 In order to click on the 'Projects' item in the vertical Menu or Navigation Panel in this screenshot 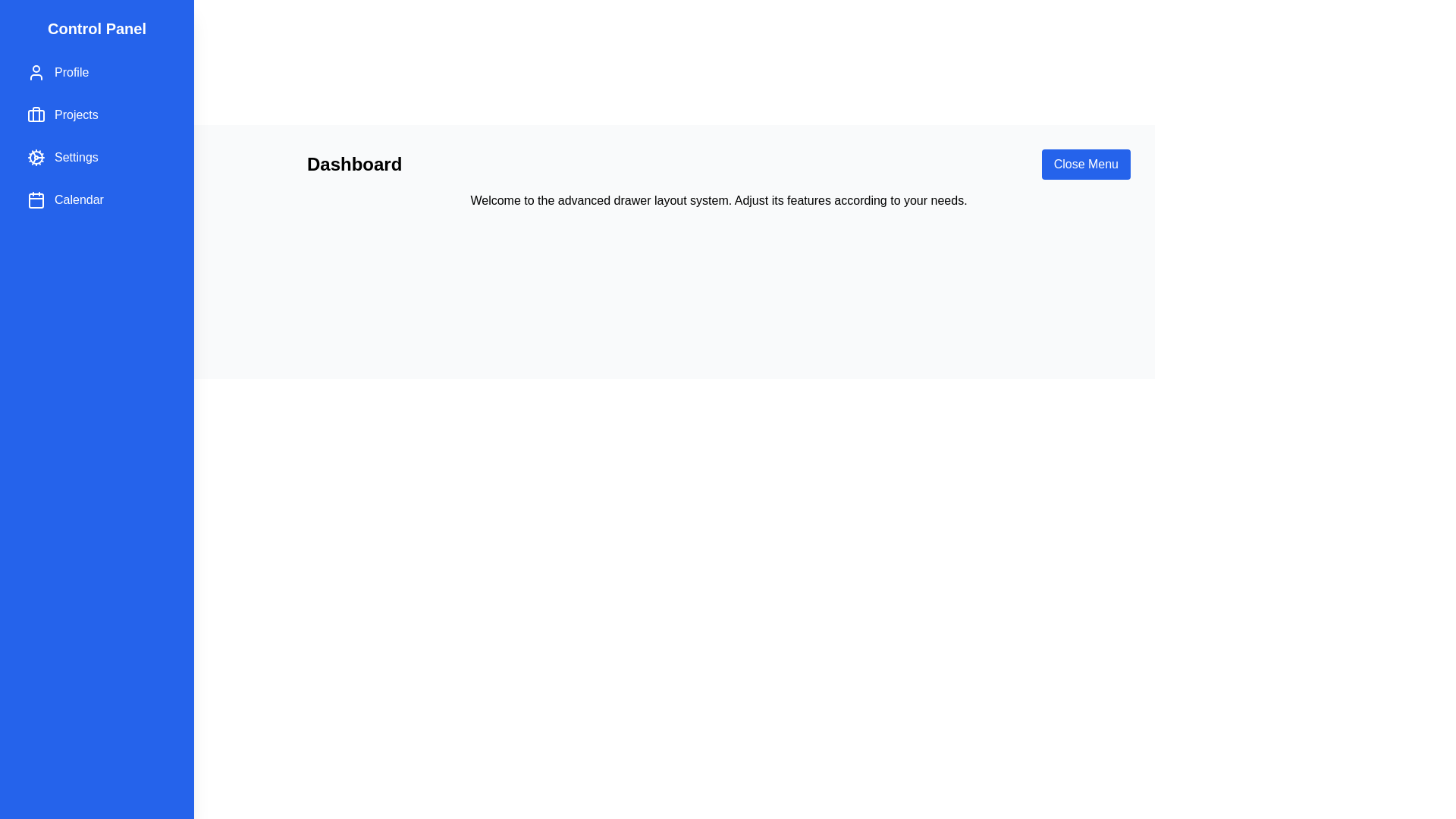, I will do `click(96, 136)`.